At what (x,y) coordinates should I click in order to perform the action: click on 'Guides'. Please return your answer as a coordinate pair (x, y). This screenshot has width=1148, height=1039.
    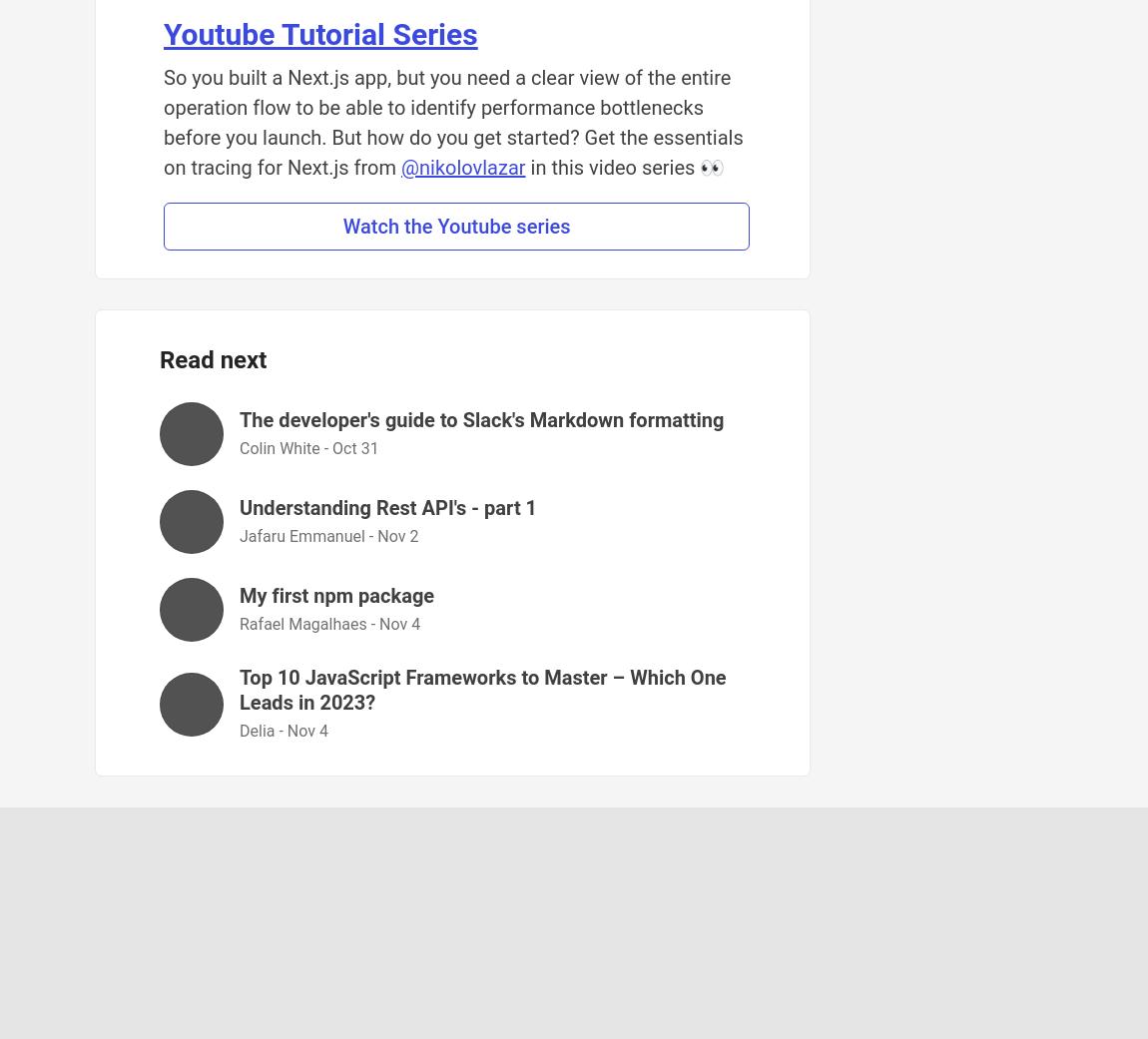
    Looking at the image, I should click on (766, 897).